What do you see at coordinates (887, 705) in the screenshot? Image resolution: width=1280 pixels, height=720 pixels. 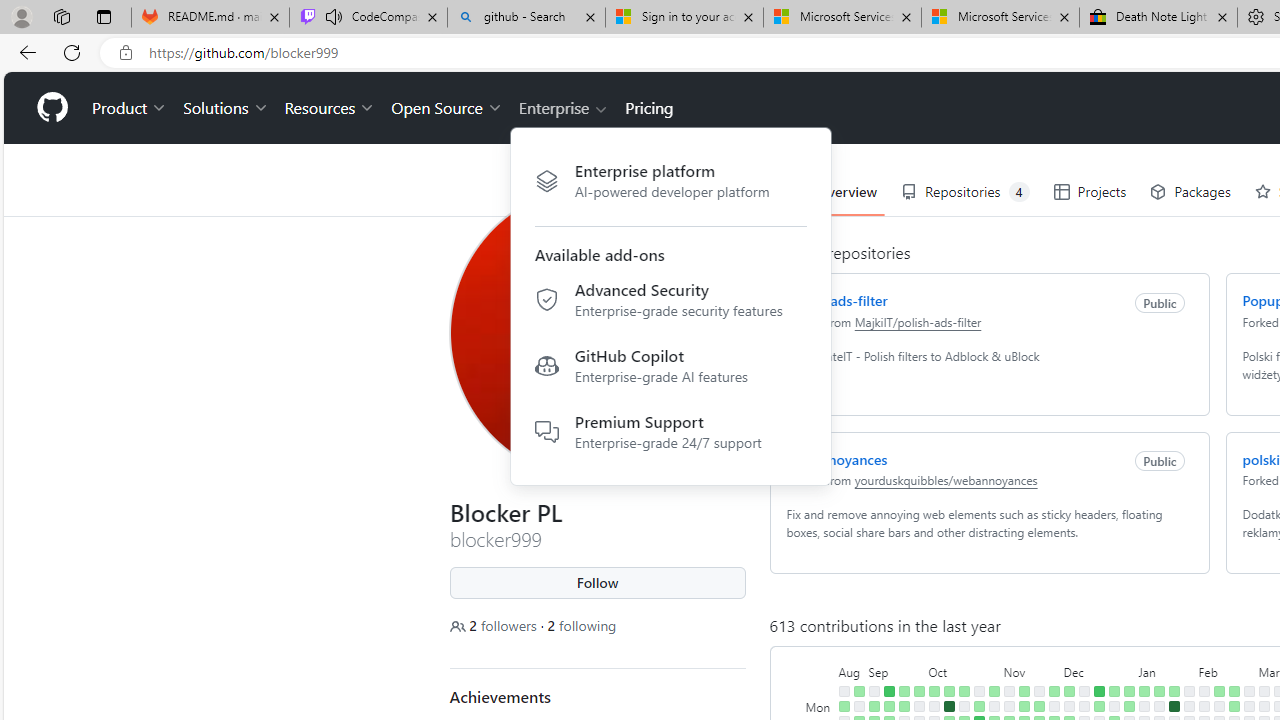 I see `'1 contribution on September 11th.'` at bounding box center [887, 705].